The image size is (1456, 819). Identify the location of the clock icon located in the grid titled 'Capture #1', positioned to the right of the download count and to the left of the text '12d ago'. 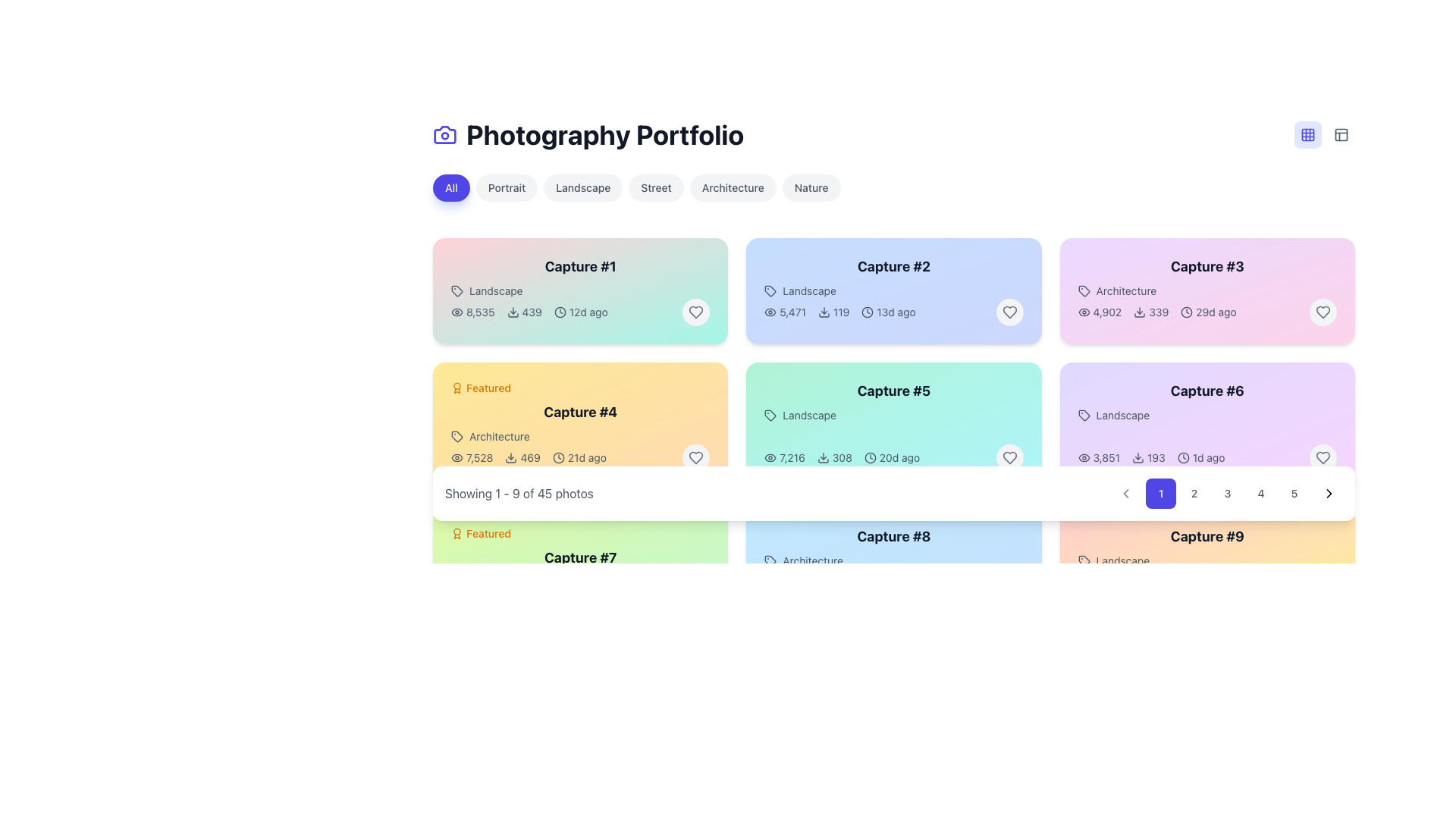
(559, 312).